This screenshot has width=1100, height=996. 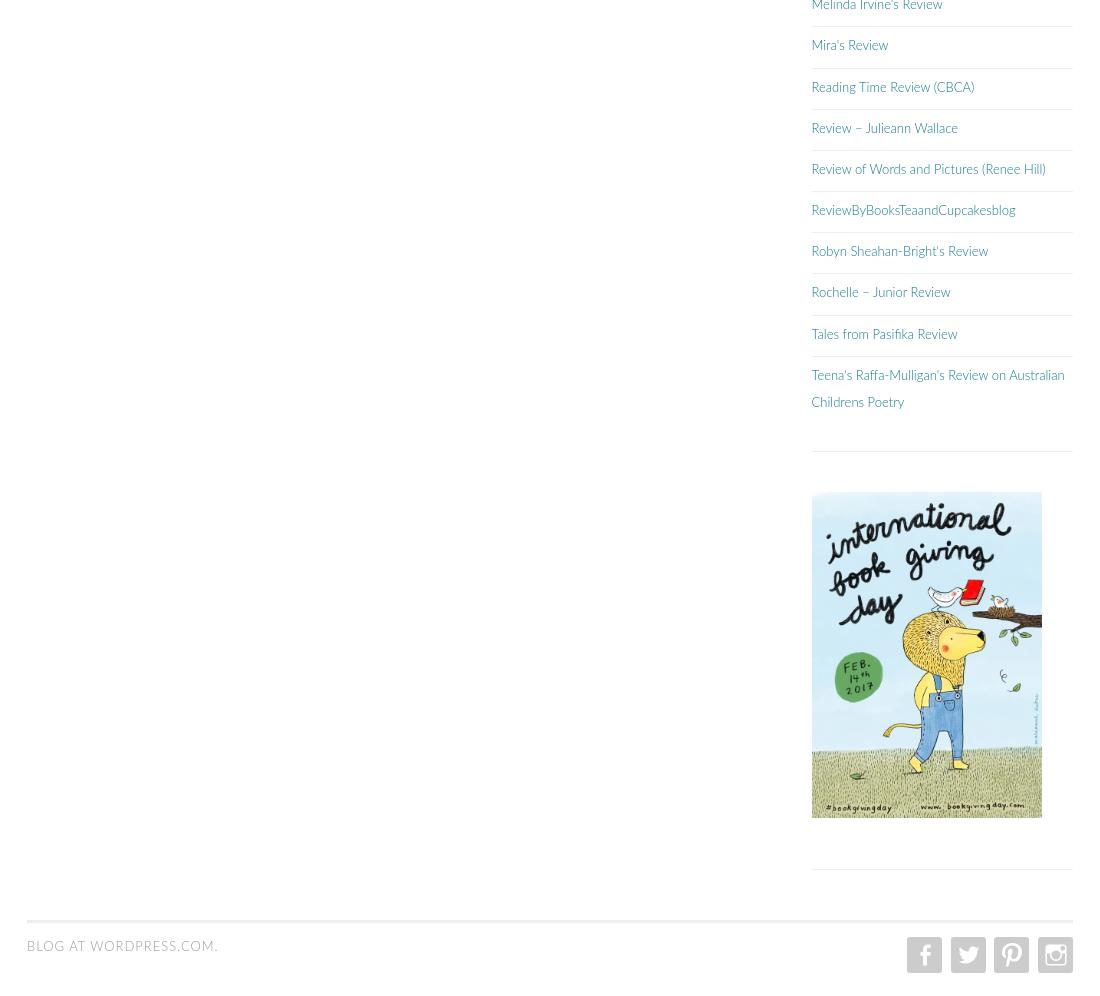 I want to click on 'Tales from Pasifika Review', so click(x=882, y=334).